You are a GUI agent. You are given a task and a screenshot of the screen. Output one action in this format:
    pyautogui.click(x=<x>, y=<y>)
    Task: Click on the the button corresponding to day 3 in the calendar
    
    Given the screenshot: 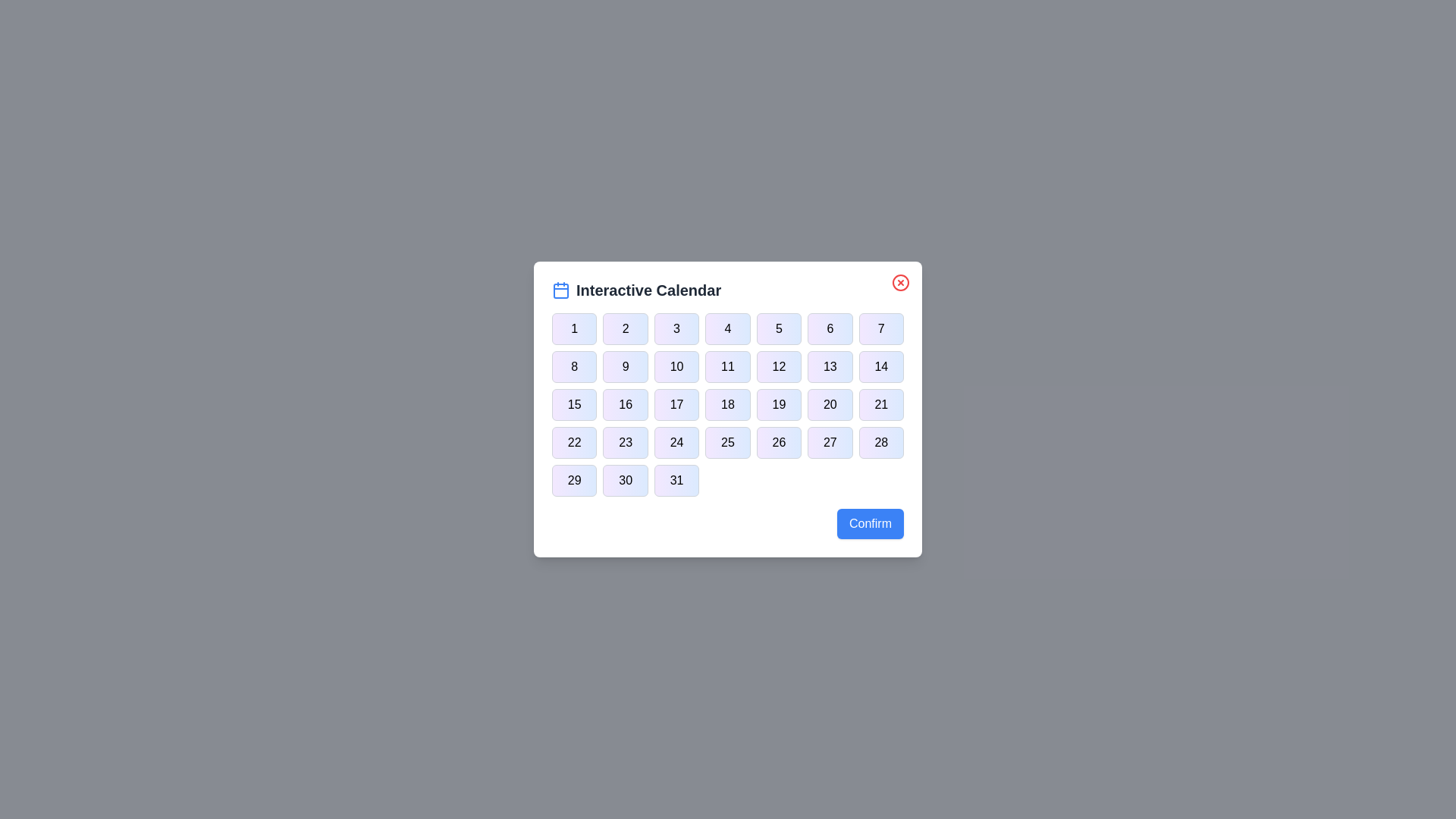 What is the action you would take?
    pyautogui.click(x=676, y=328)
    